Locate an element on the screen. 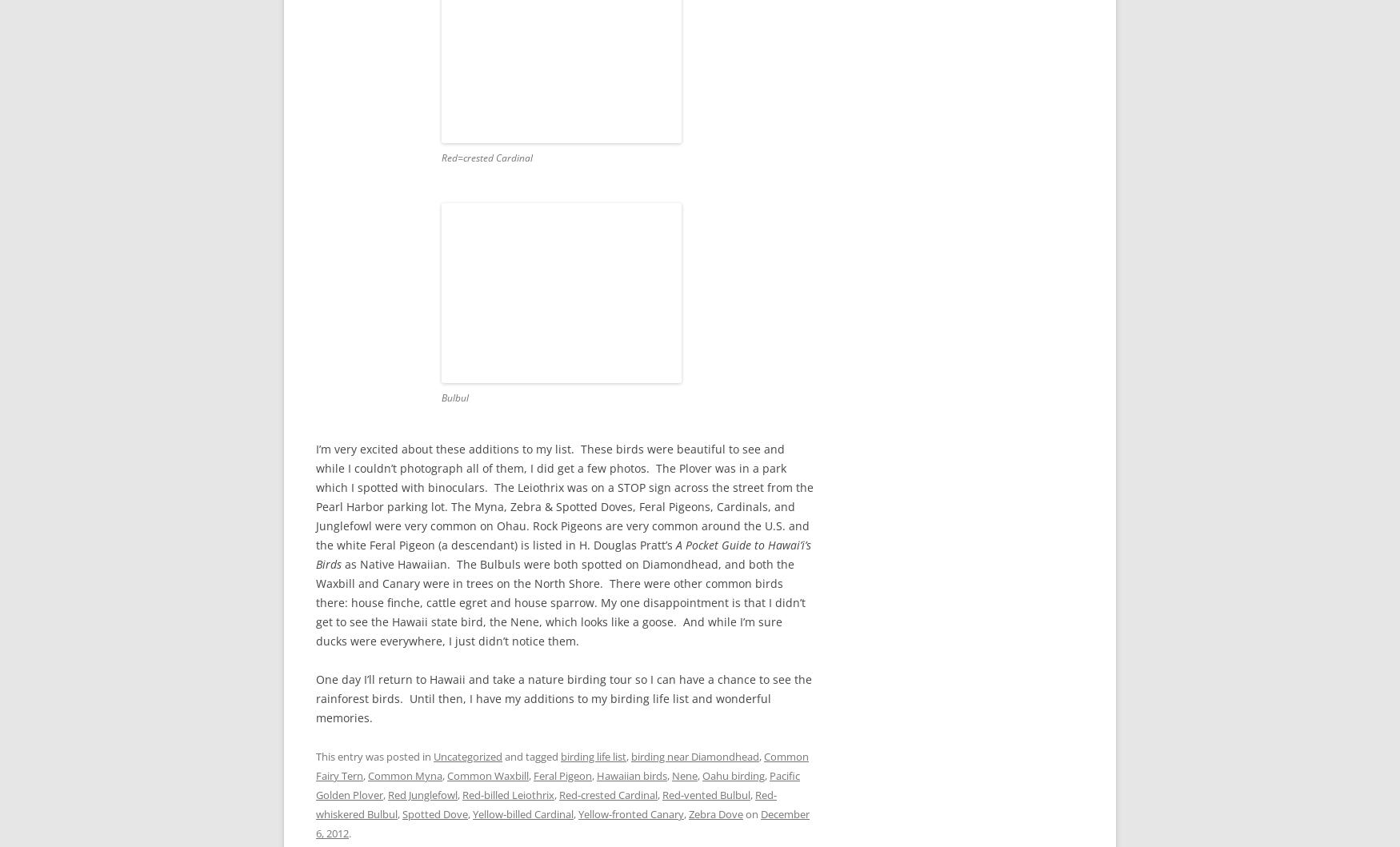 The width and height of the screenshot is (1400, 847). '.' is located at coordinates (347, 832).